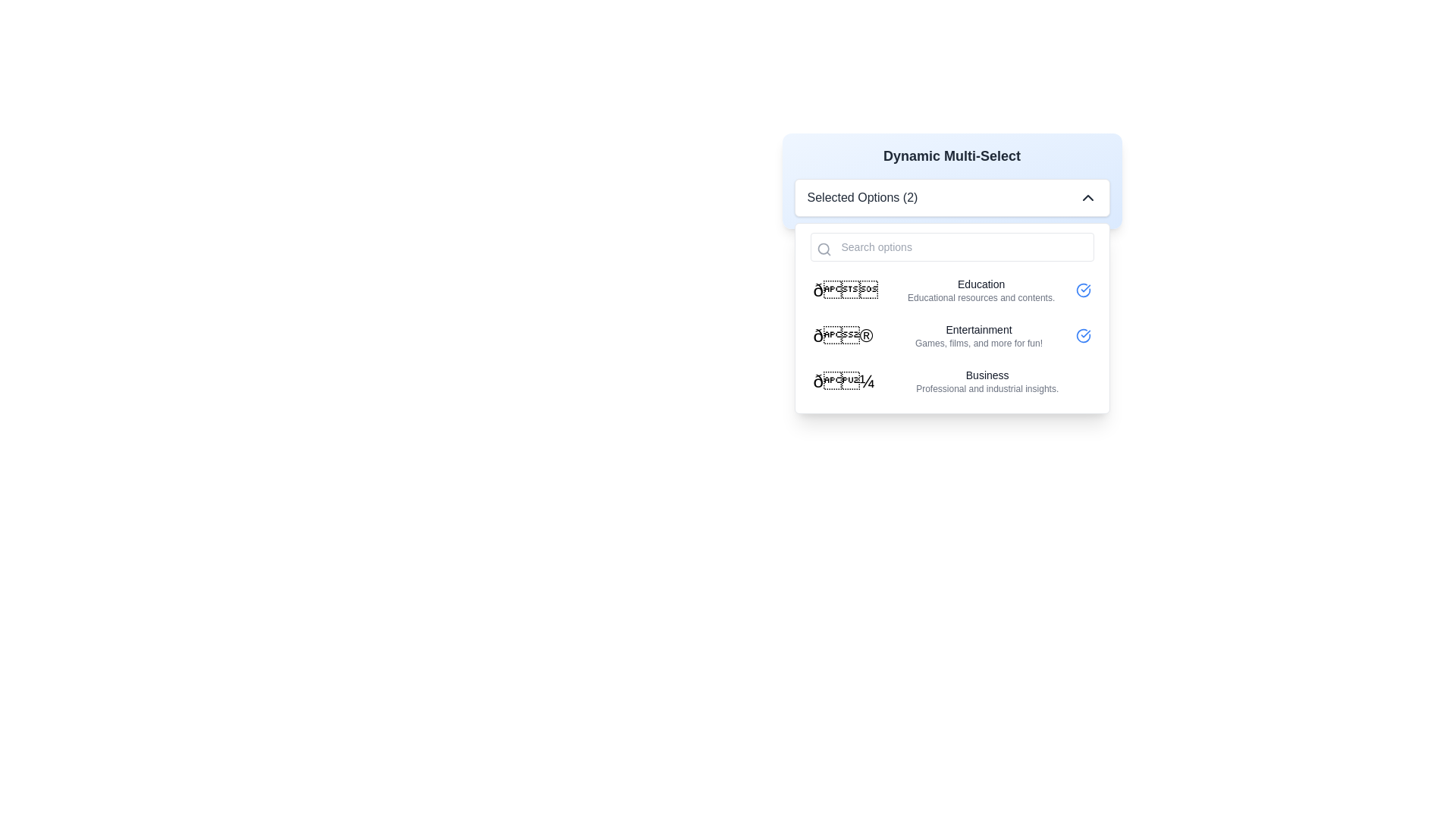  Describe the element at coordinates (979, 335) in the screenshot. I see `the 'Entertainment' selectable list item, which contains two lines of text` at that location.